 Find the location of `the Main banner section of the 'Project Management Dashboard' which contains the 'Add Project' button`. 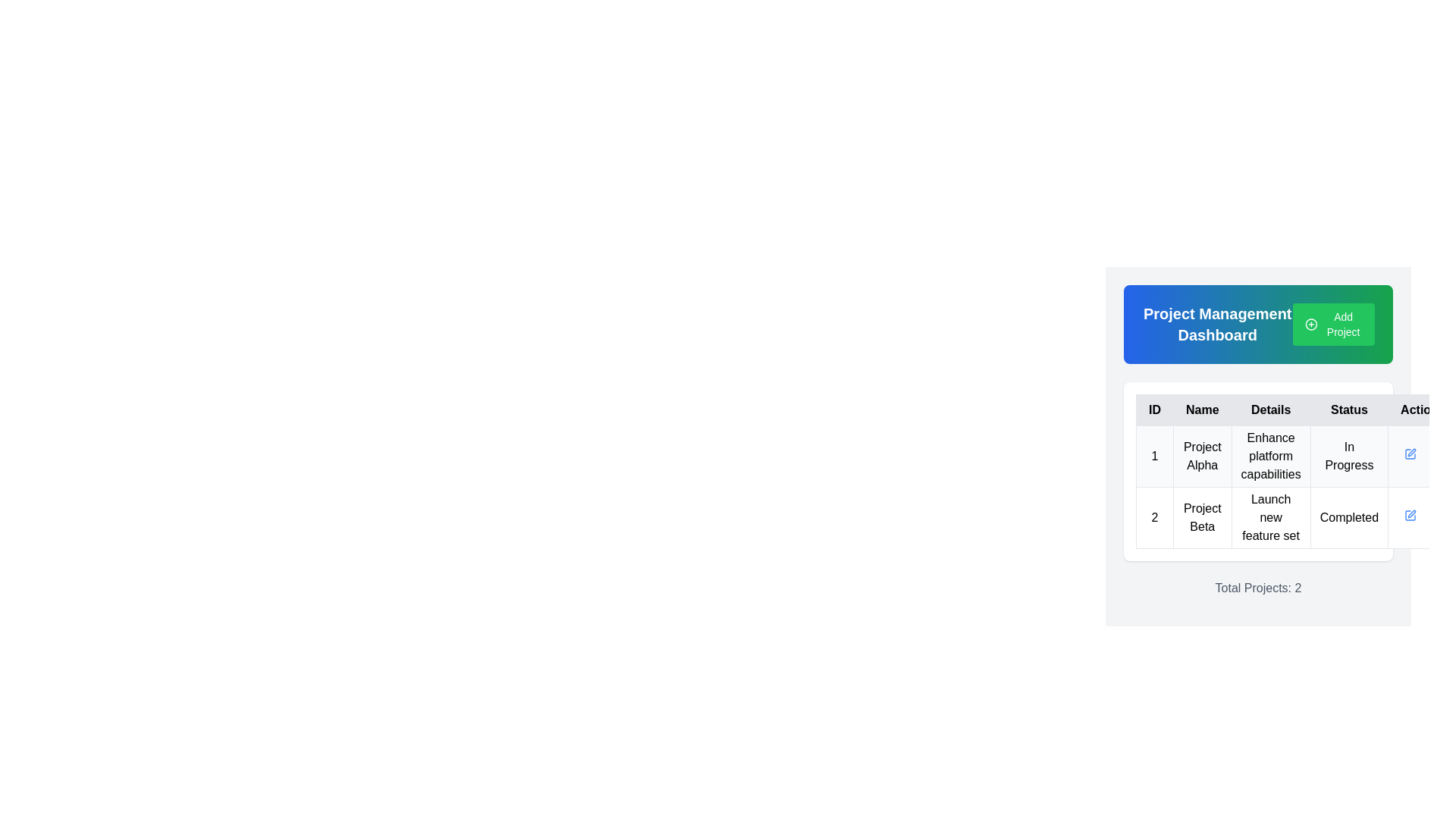

the Main banner section of the 'Project Management Dashboard' which contains the 'Add Project' button is located at coordinates (1258, 324).